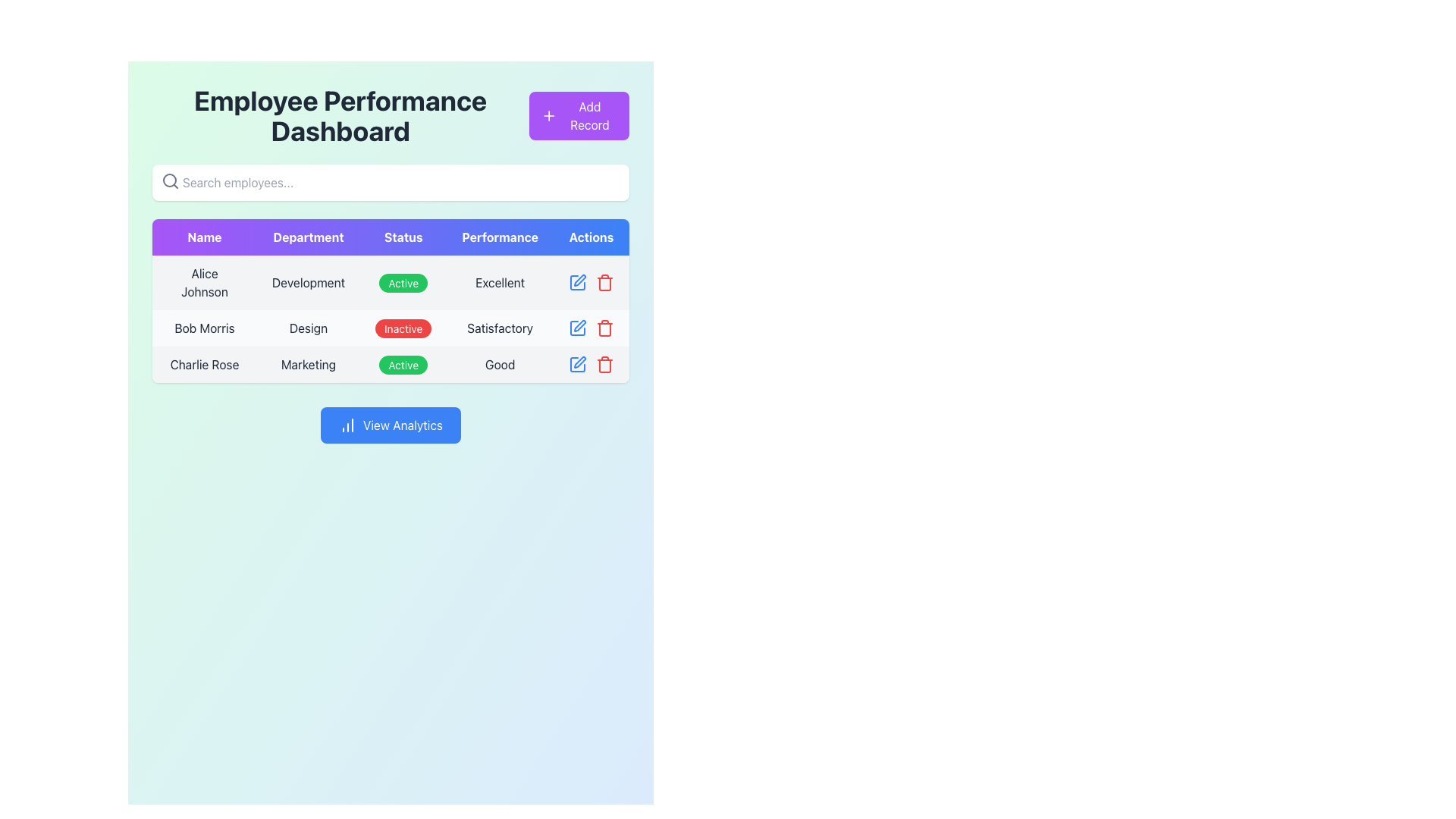 The image size is (1456, 819). I want to click on the edit button in the actions column of the row for 'Charlie Rose, Marketing, Active, Good' to get more information, so click(577, 365).